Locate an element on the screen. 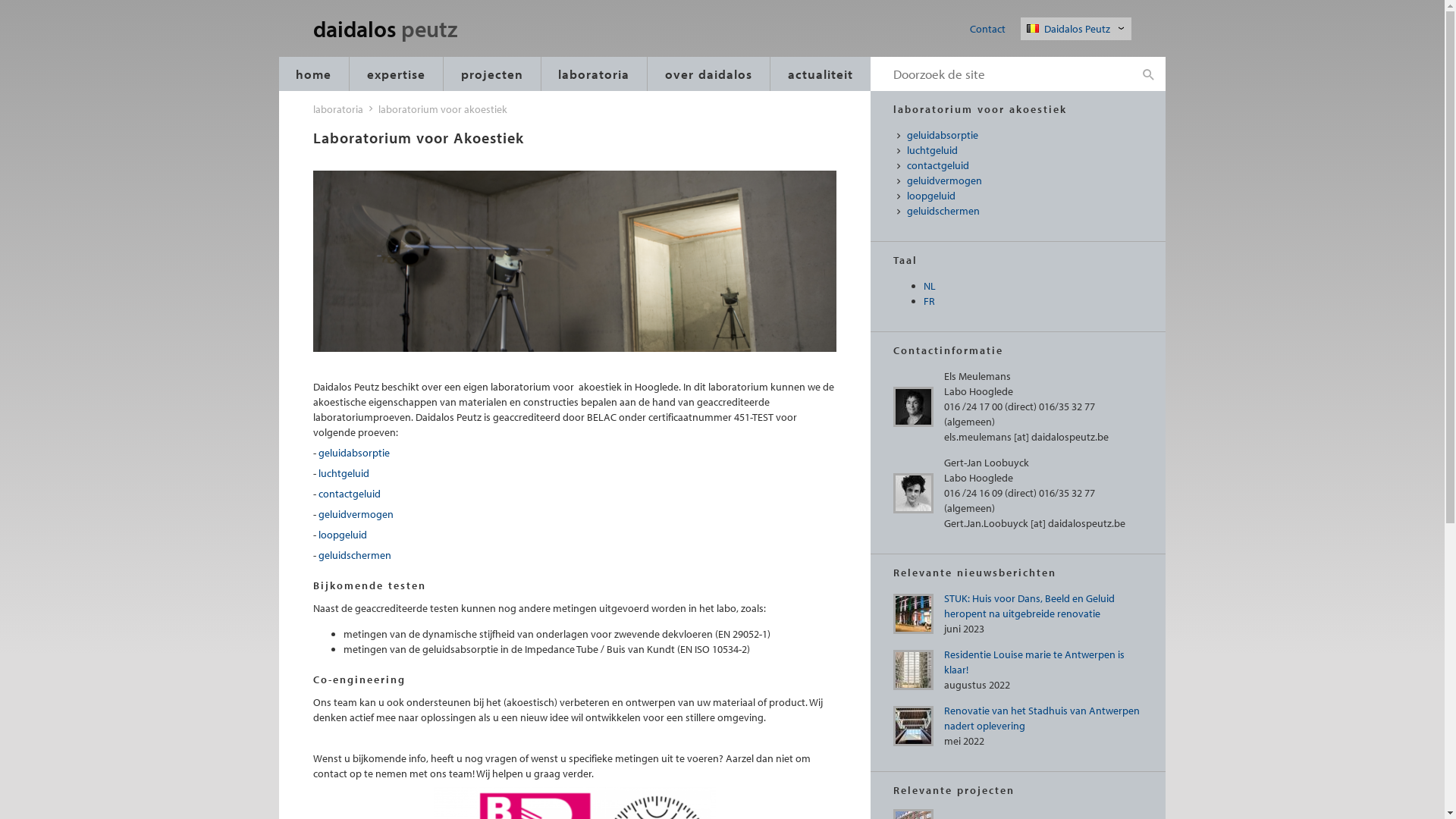 The height and width of the screenshot is (819, 1456). 'daidalos peutz' is located at coordinates (405, 30).